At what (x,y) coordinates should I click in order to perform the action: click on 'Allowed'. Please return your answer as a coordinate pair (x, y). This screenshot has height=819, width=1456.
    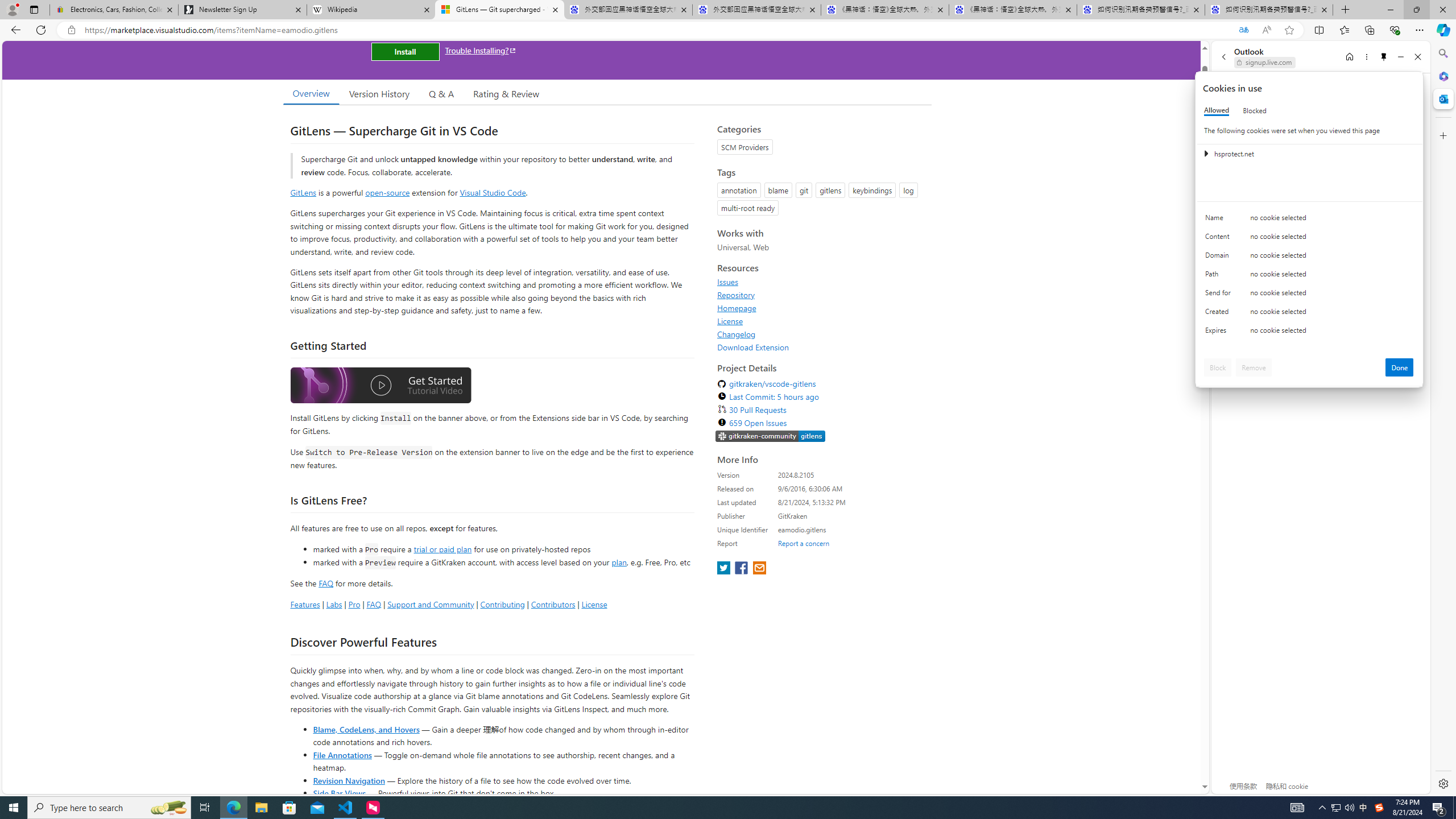
    Looking at the image, I should click on (1215, 110).